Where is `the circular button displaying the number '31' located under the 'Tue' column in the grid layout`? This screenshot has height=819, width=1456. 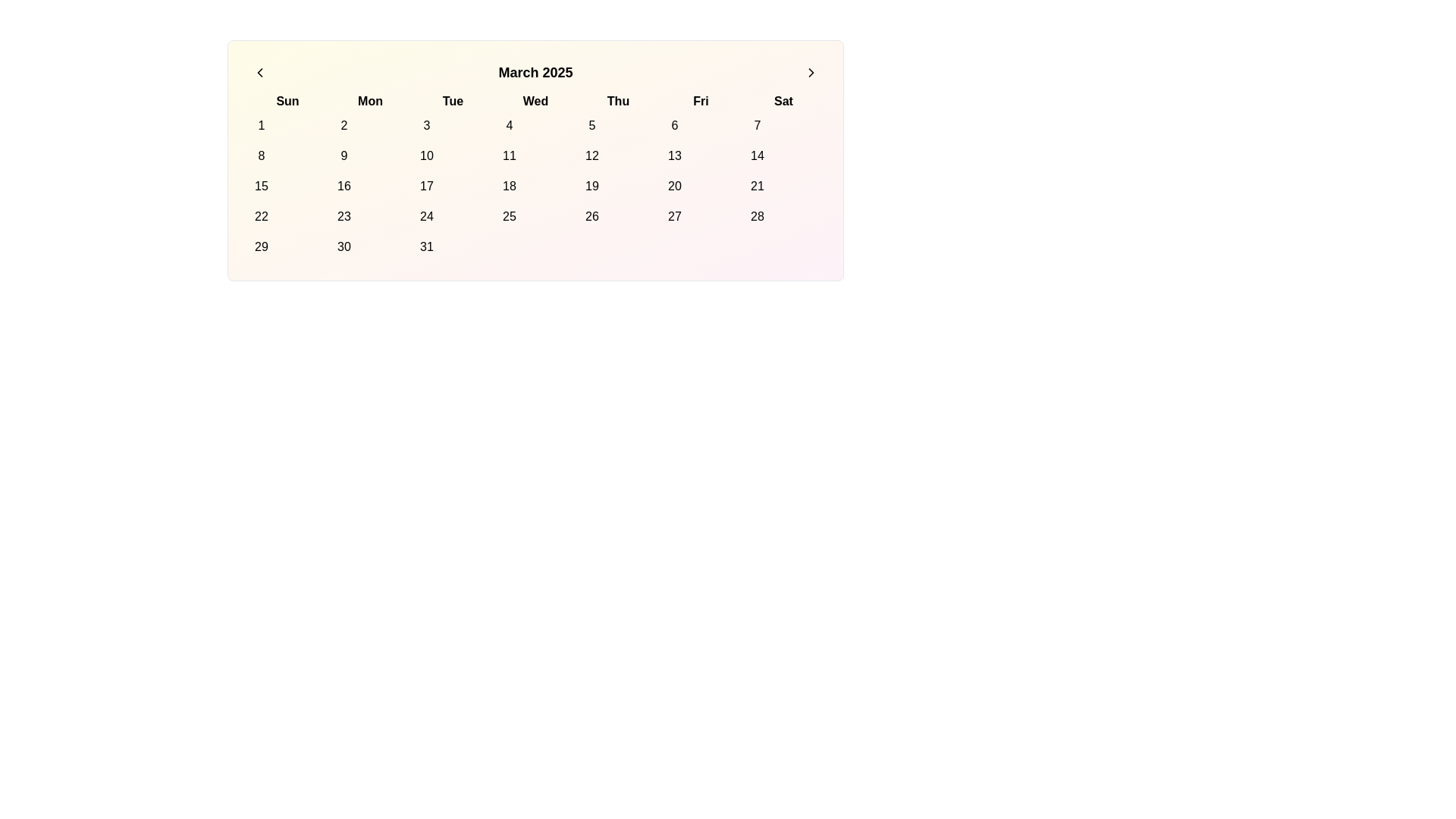 the circular button displaying the number '31' located under the 'Tue' column in the grid layout is located at coordinates (425, 246).